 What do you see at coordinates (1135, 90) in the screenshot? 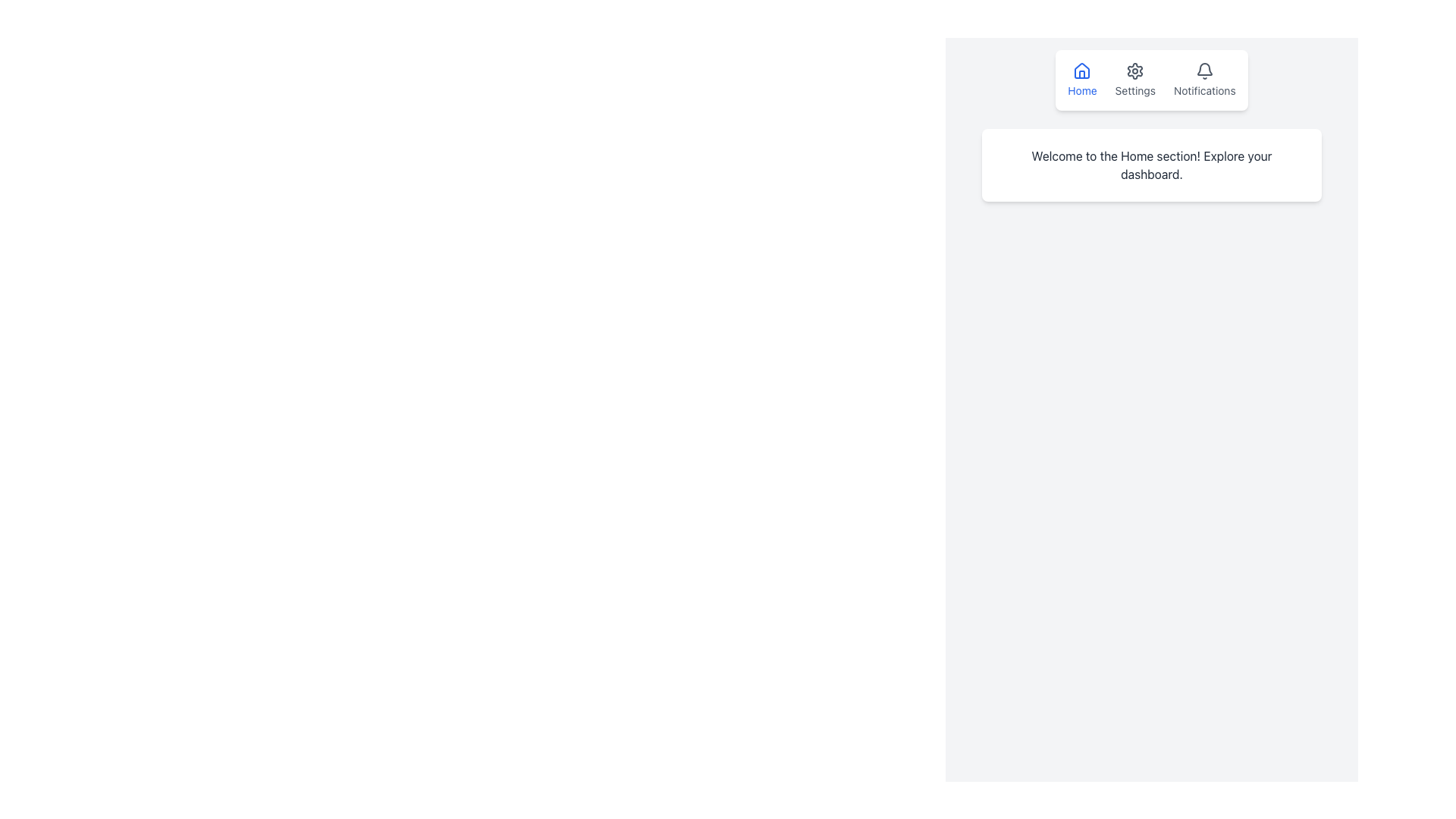
I see `displayed text of the 'Settings' label, which serves as a descriptive text for the associated icon in the navigation card` at bounding box center [1135, 90].